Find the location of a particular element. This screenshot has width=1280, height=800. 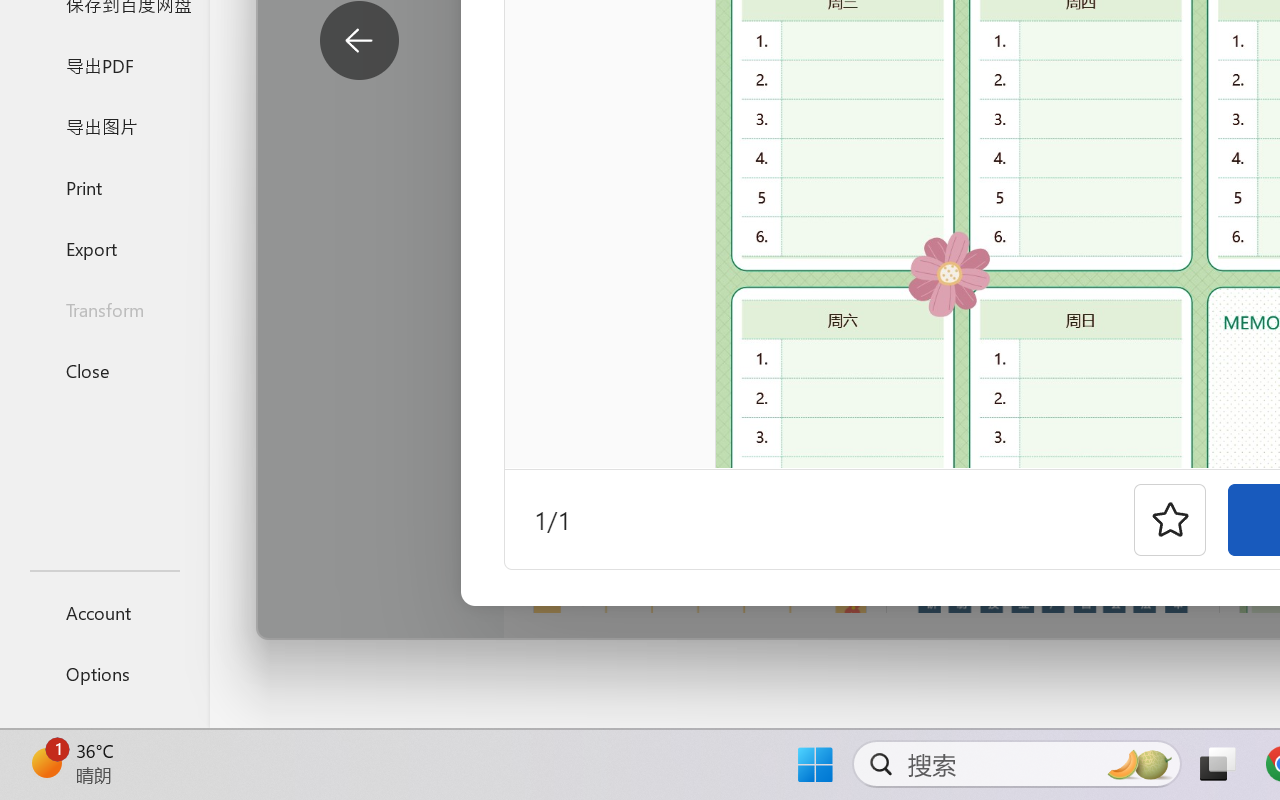

'Account' is located at coordinates (103, 612).